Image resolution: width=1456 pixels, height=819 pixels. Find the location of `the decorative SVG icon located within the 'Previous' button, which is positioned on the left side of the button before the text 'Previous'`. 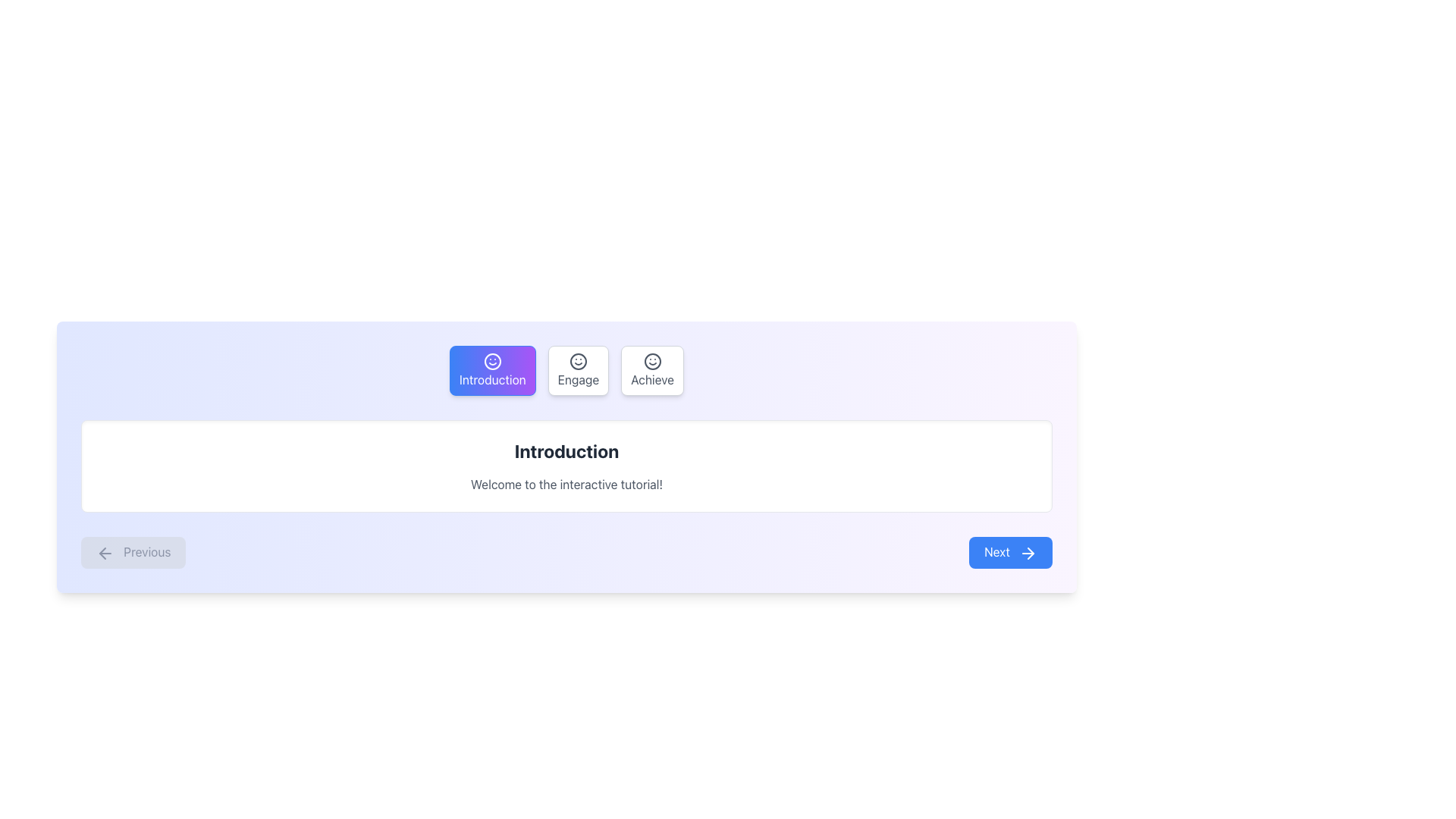

the decorative SVG icon located within the 'Previous' button, which is positioned on the left side of the button before the text 'Previous' is located at coordinates (105, 553).